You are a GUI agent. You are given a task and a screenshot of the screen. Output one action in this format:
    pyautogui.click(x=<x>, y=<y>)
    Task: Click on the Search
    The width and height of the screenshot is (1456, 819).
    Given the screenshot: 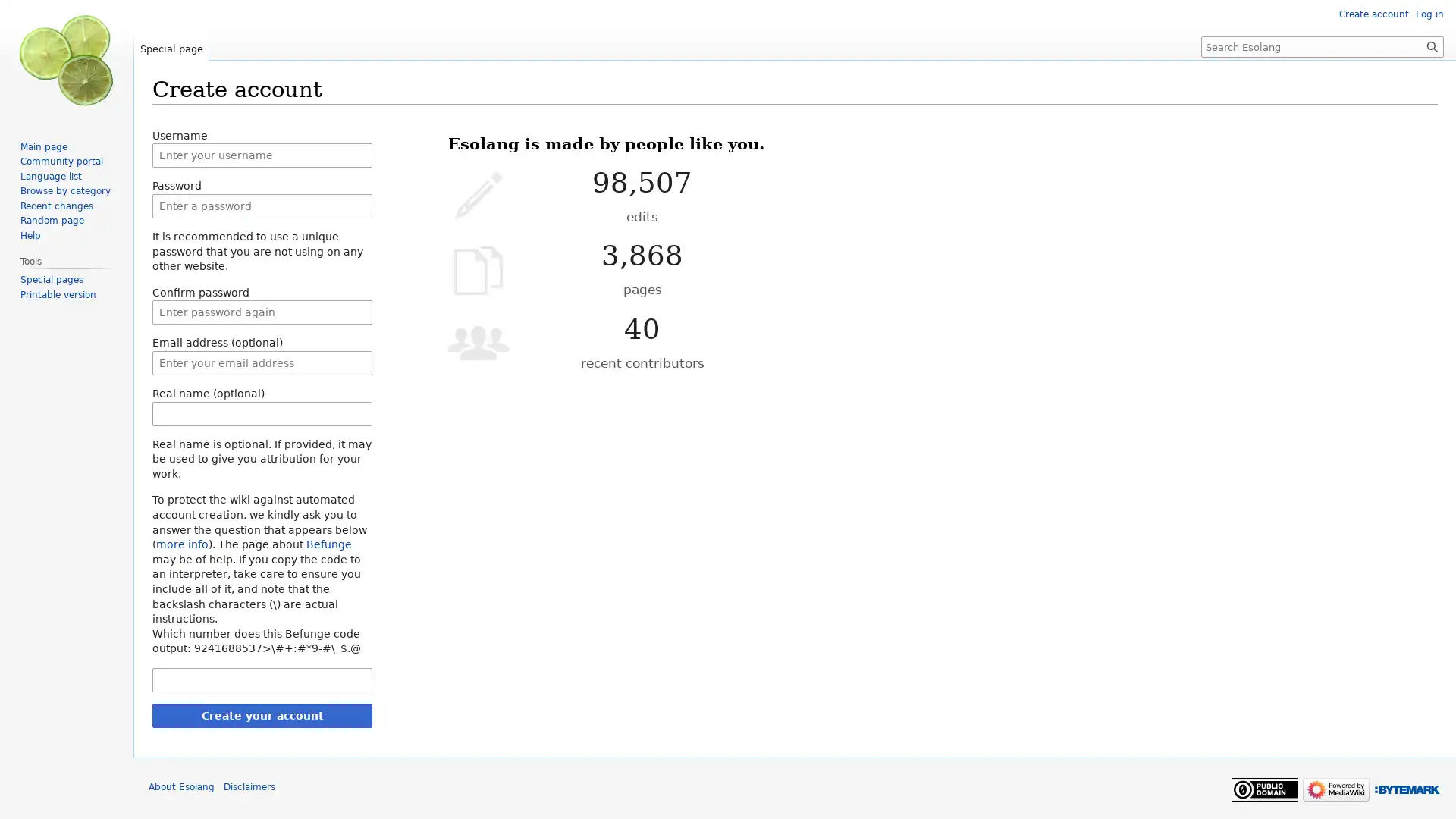 What is the action you would take?
    pyautogui.click(x=1432, y=45)
    